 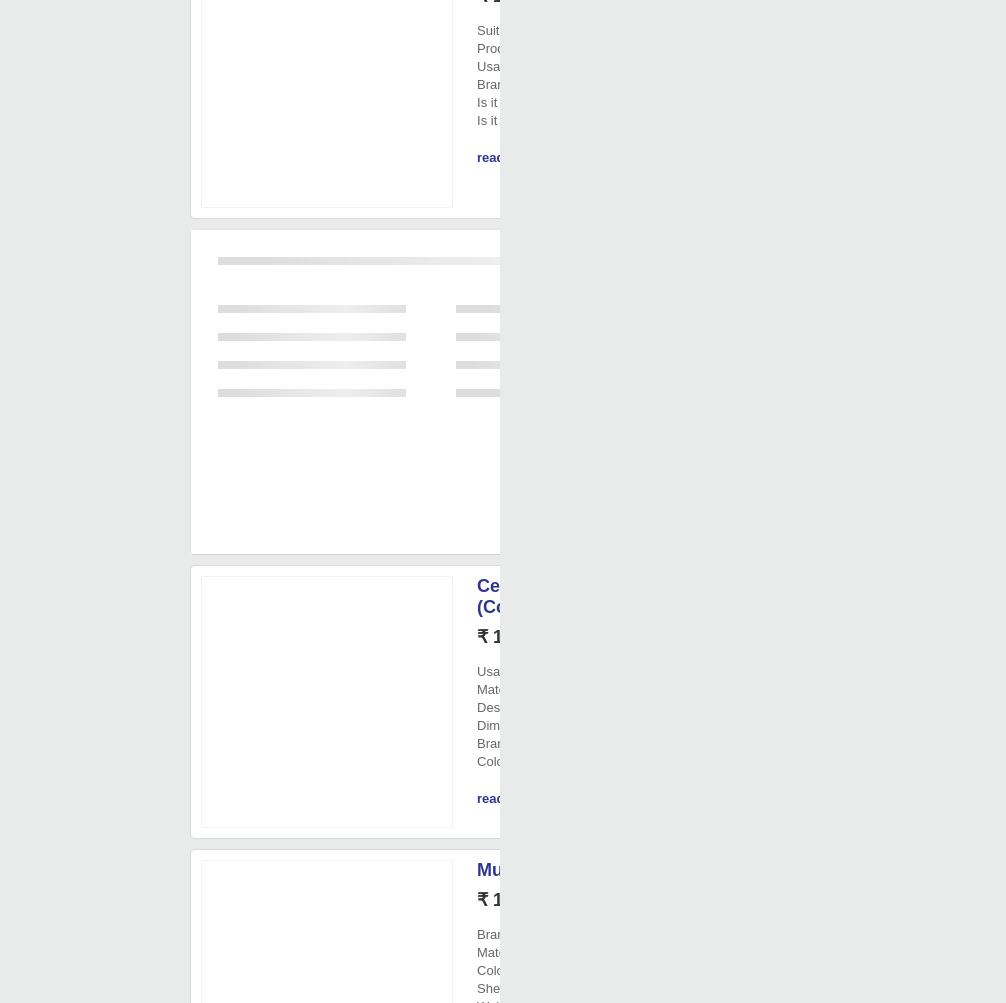 What do you see at coordinates (538, 724) in the screenshot?
I see `':  7L x 6W x 13Th Centimeters'` at bounding box center [538, 724].